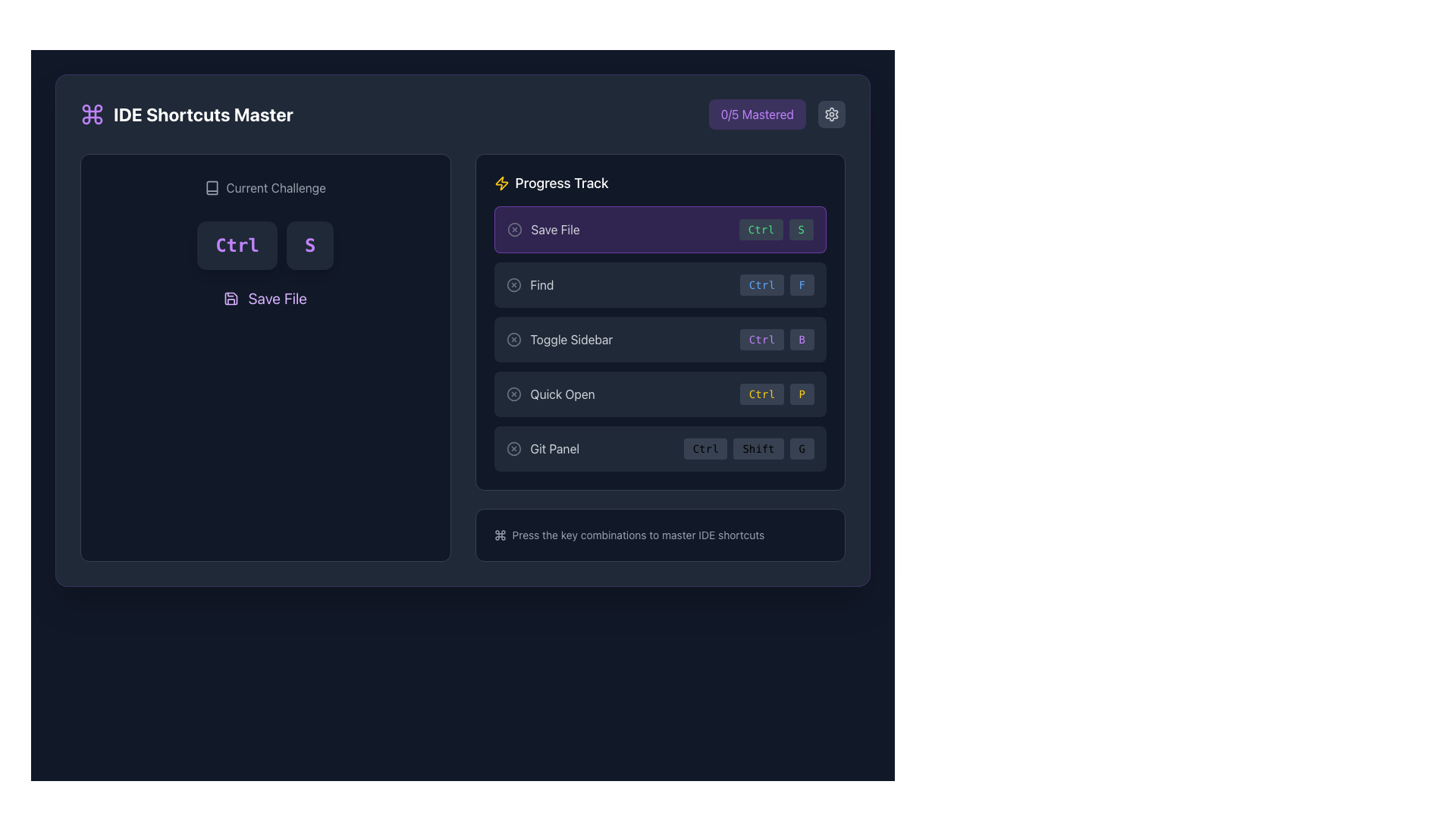 The image size is (1456, 819). Describe the element at coordinates (231, 298) in the screenshot. I see `the 'Save File' icon located in the left-hand pane` at that location.